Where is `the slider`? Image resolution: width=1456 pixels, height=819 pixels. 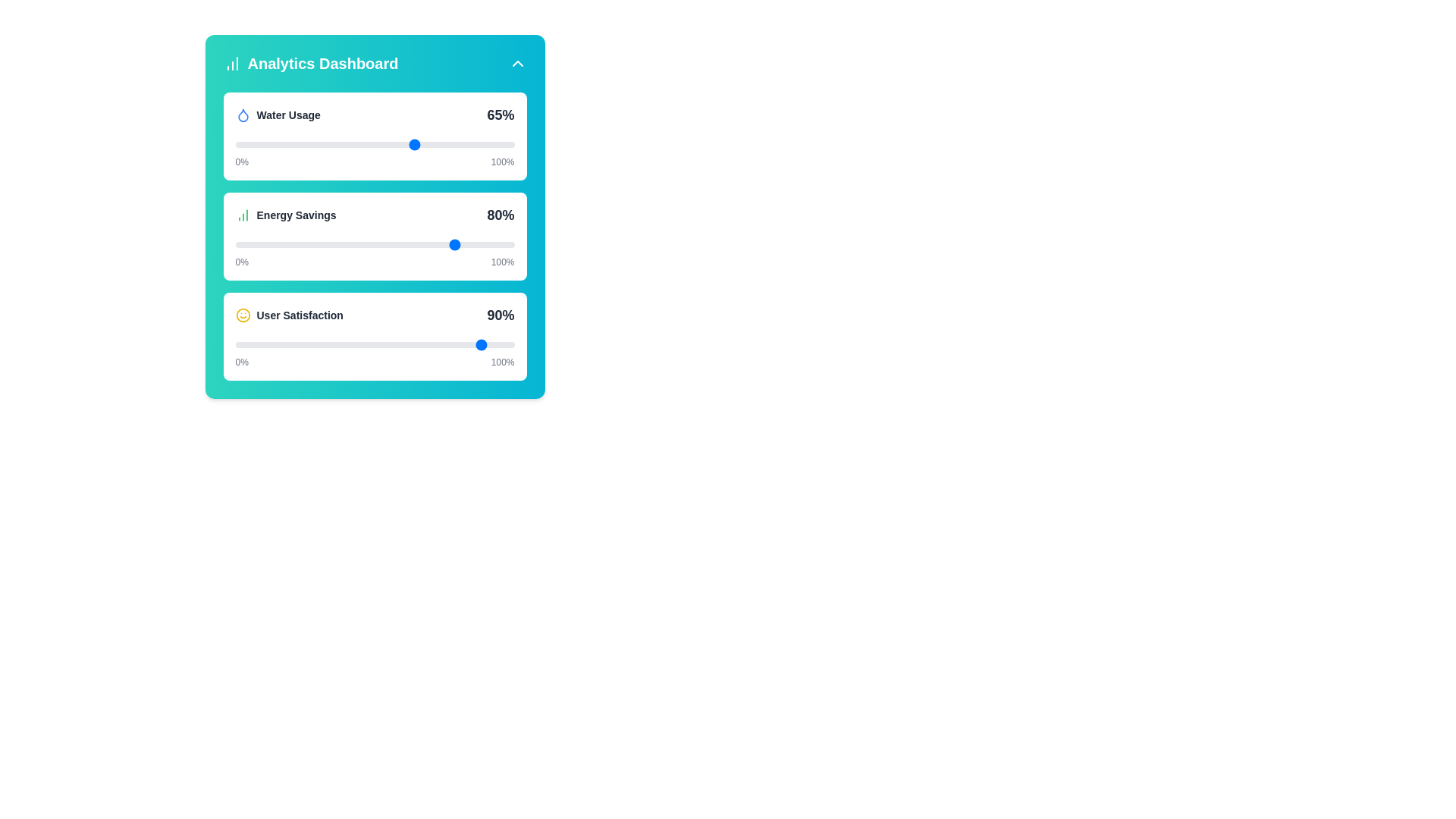 the slider is located at coordinates (327, 244).